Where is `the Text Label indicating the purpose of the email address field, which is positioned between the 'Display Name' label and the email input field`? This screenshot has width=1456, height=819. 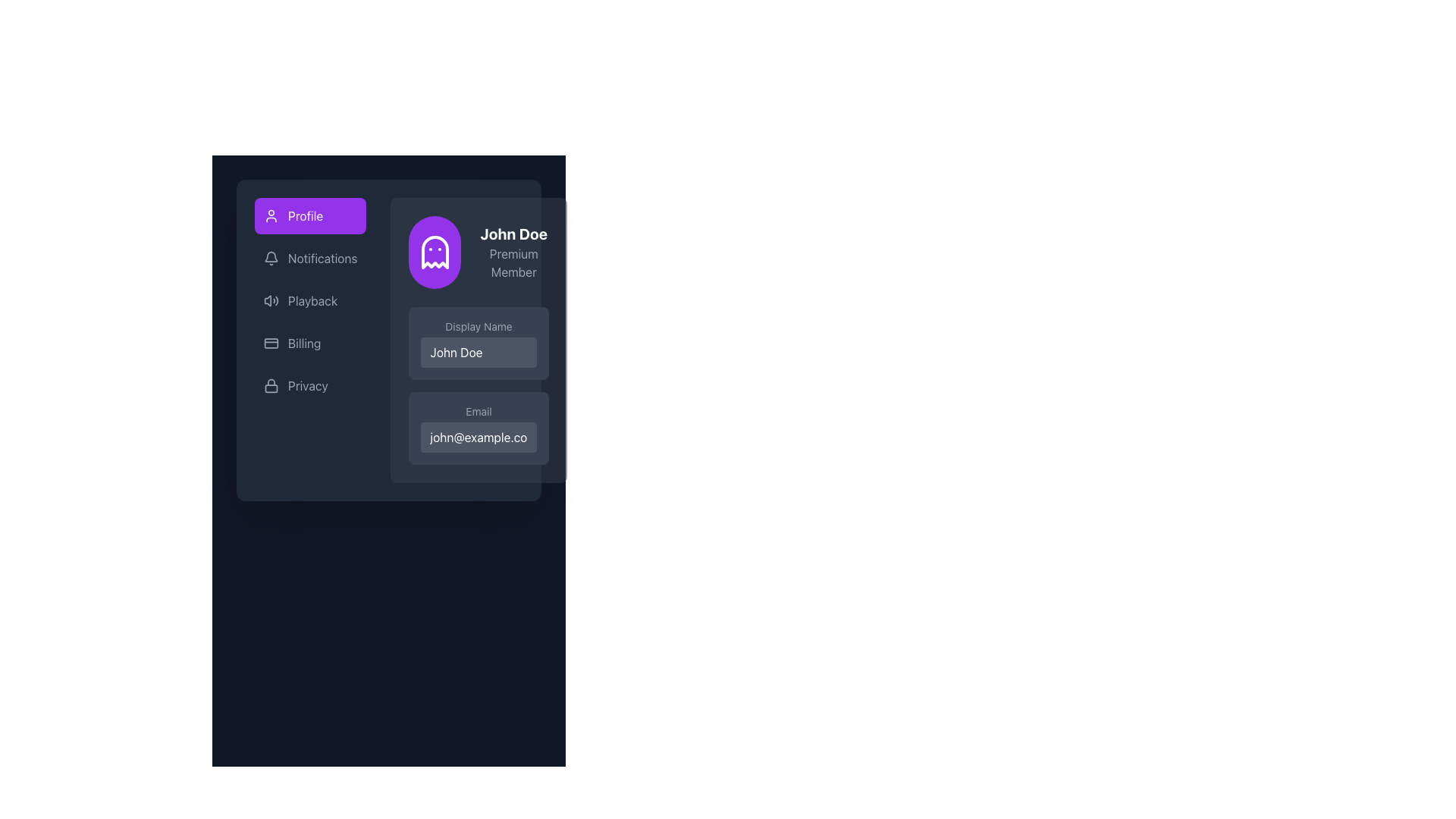
the Text Label indicating the purpose of the email address field, which is positioned between the 'Display Name' label and the email input field is located at coordinates (478, 412).